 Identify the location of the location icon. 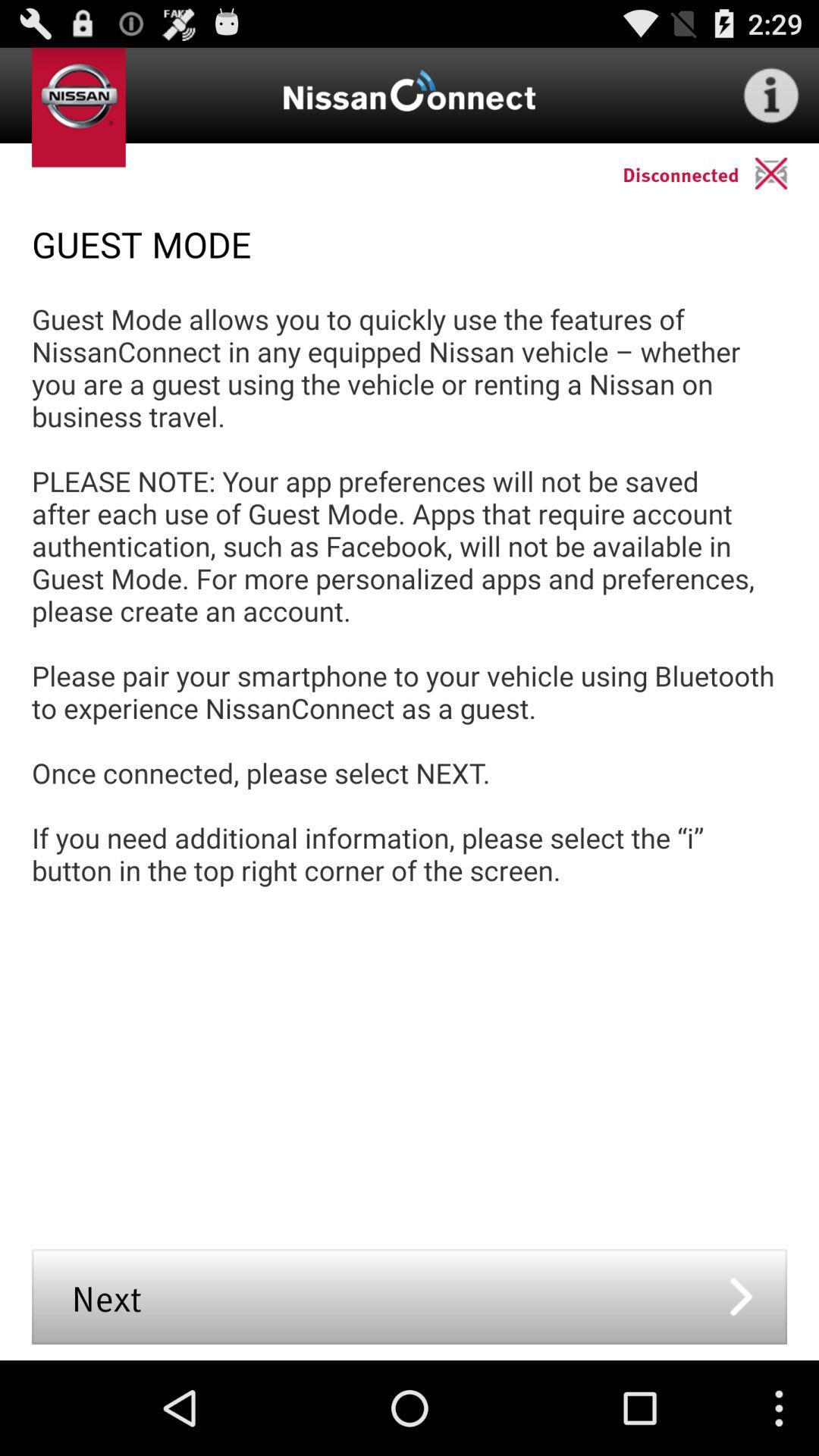
(786, 184).